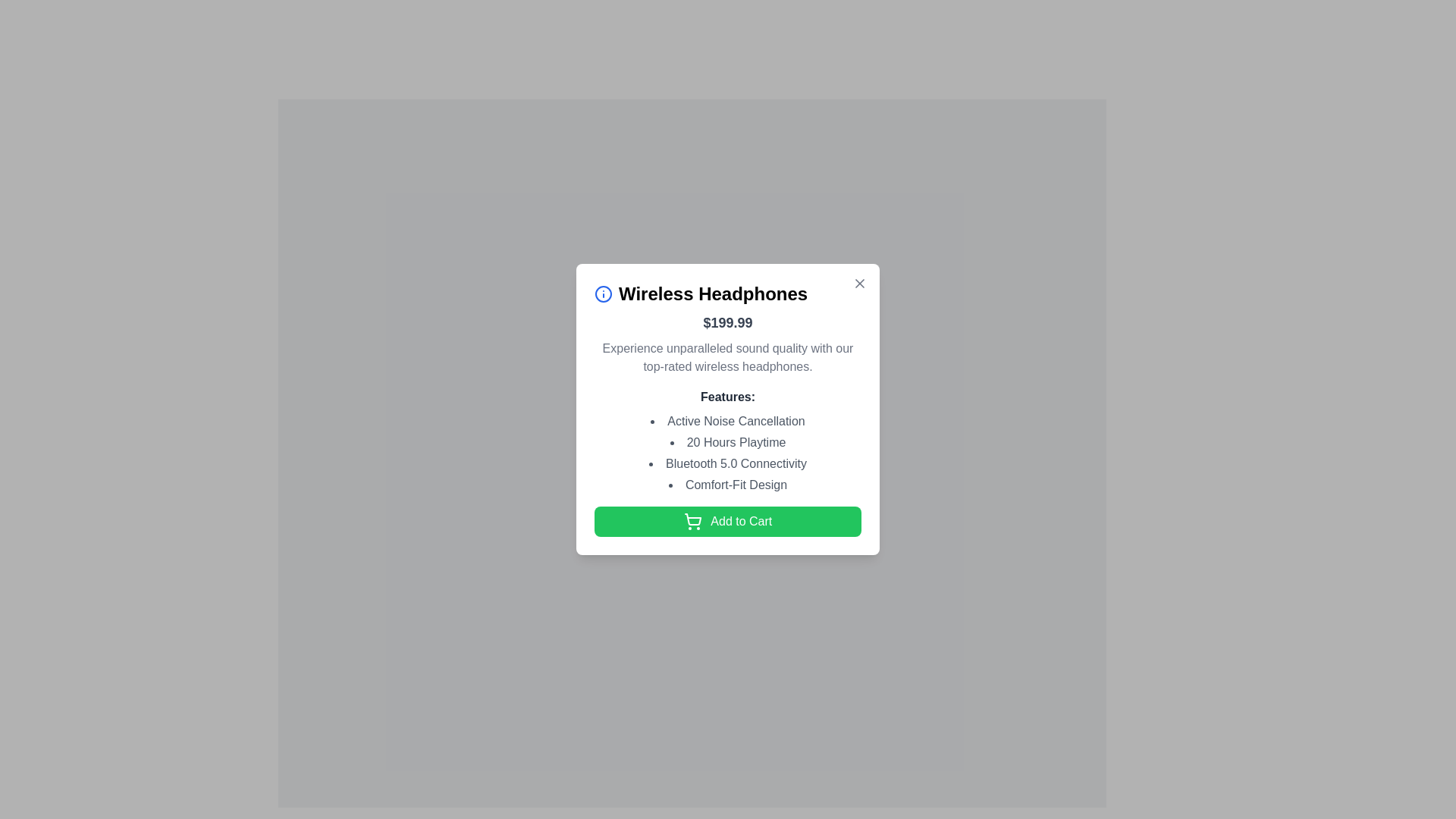  I want to click on the Text Display element that shows the product's price, located directly below the title 'Wireless Headphones', so click(728, 321).